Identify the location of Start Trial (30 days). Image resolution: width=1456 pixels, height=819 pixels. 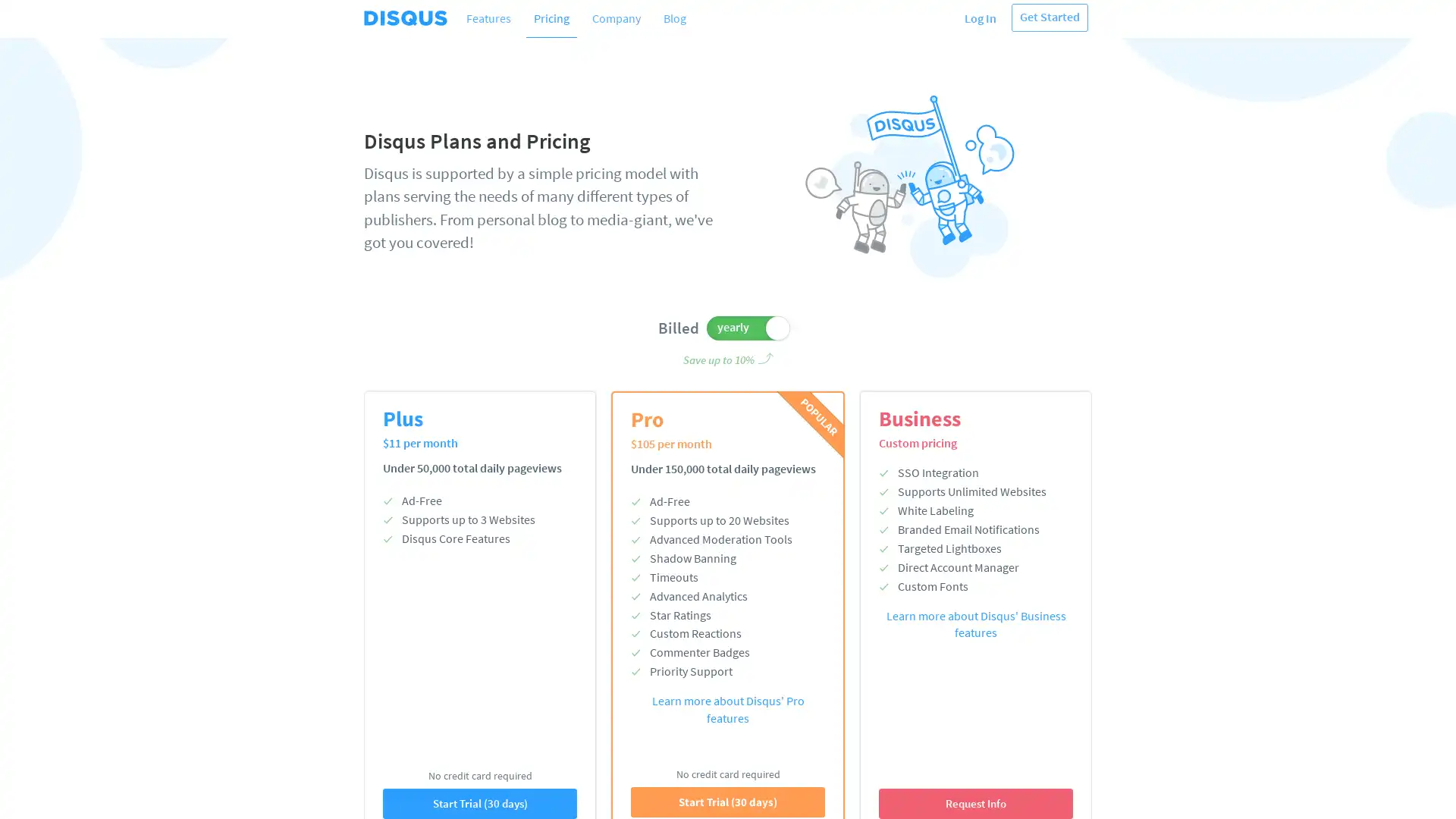
(728, 801).